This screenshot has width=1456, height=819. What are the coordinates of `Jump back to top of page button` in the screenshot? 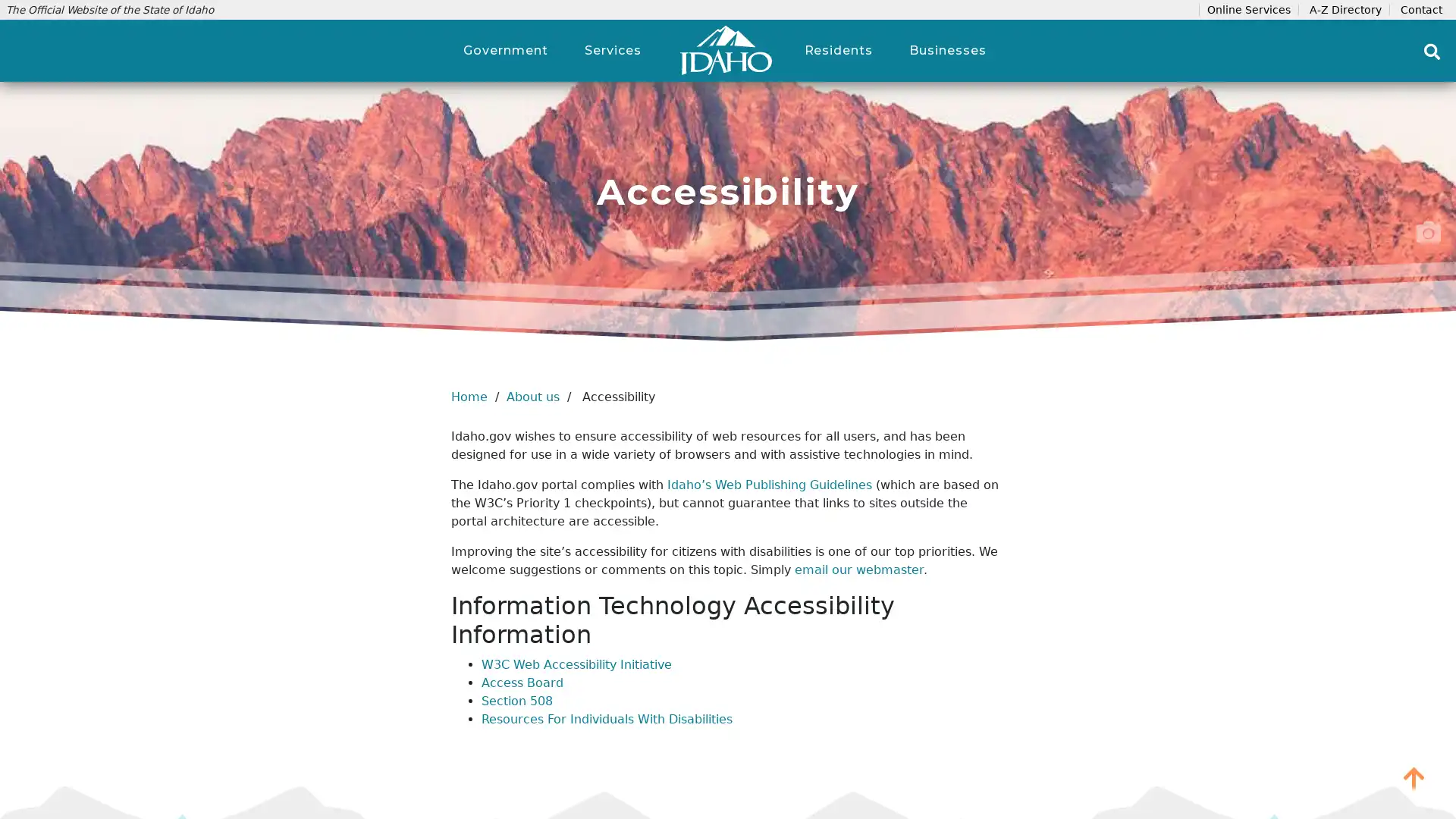 It's located at (1414, 777).